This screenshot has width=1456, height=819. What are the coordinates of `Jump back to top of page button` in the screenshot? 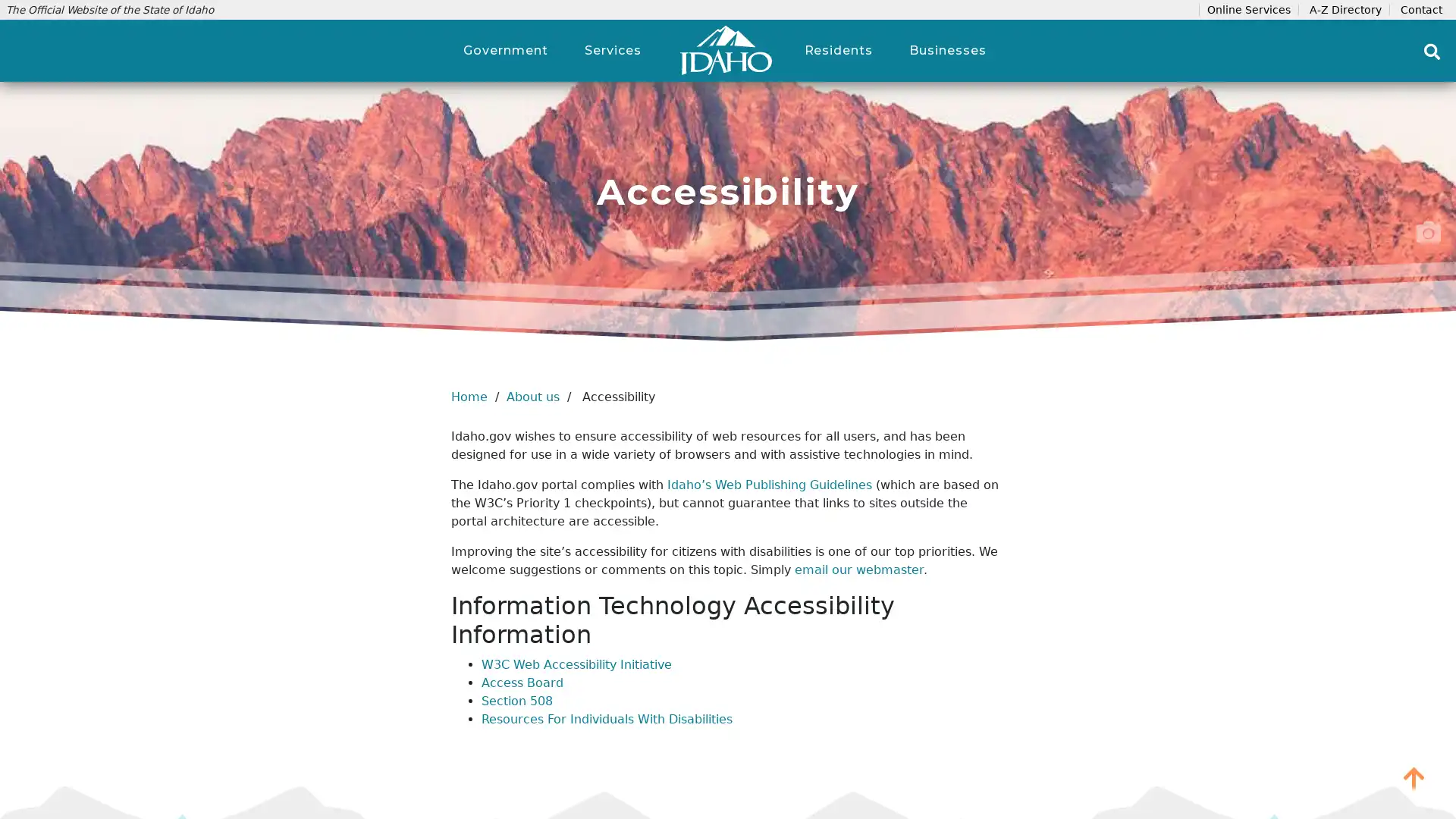 It's located at (1414, 777).